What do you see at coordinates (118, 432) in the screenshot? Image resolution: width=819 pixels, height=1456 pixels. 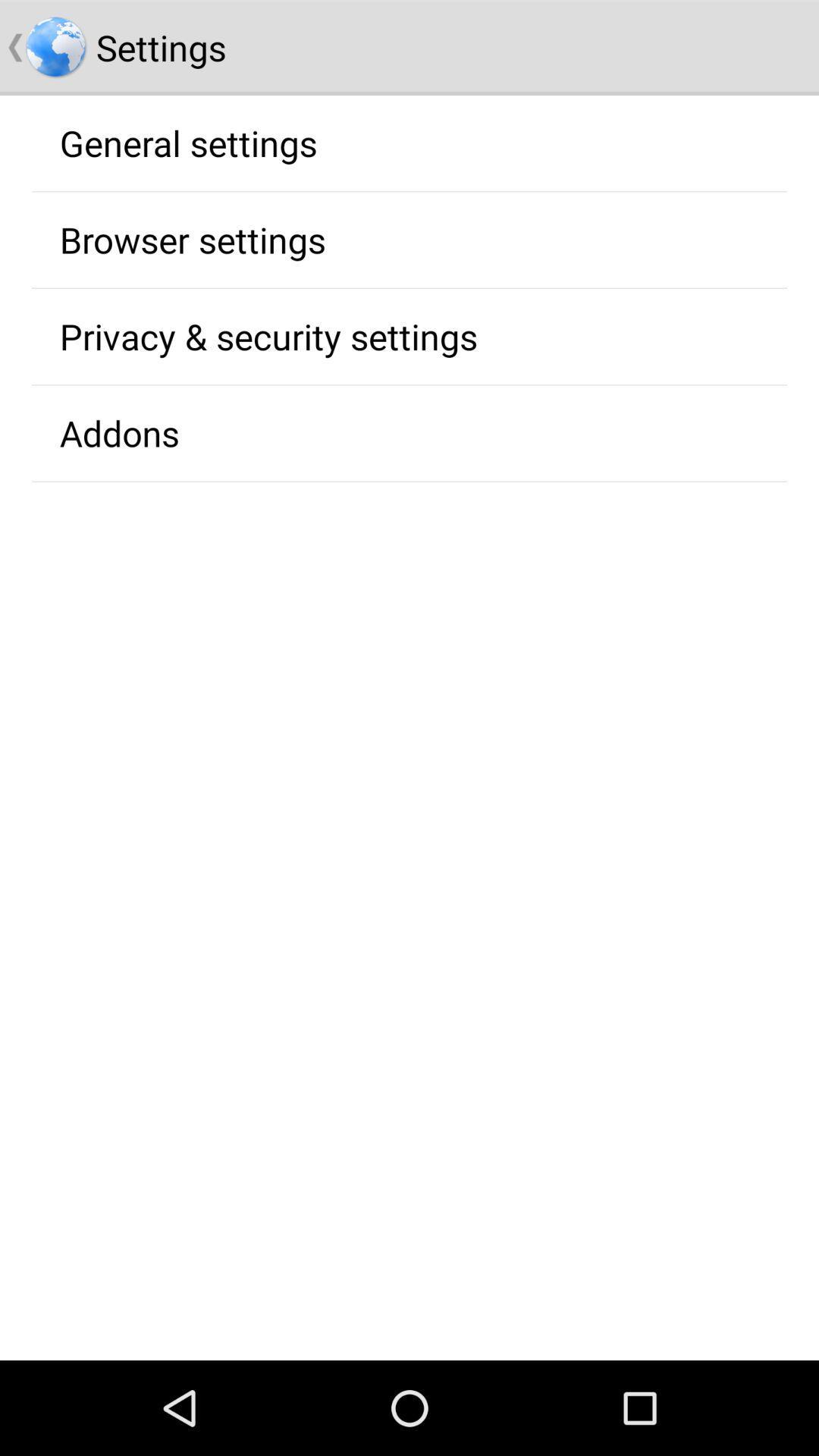 I see `the addons item` at bounding box center [118, 432].